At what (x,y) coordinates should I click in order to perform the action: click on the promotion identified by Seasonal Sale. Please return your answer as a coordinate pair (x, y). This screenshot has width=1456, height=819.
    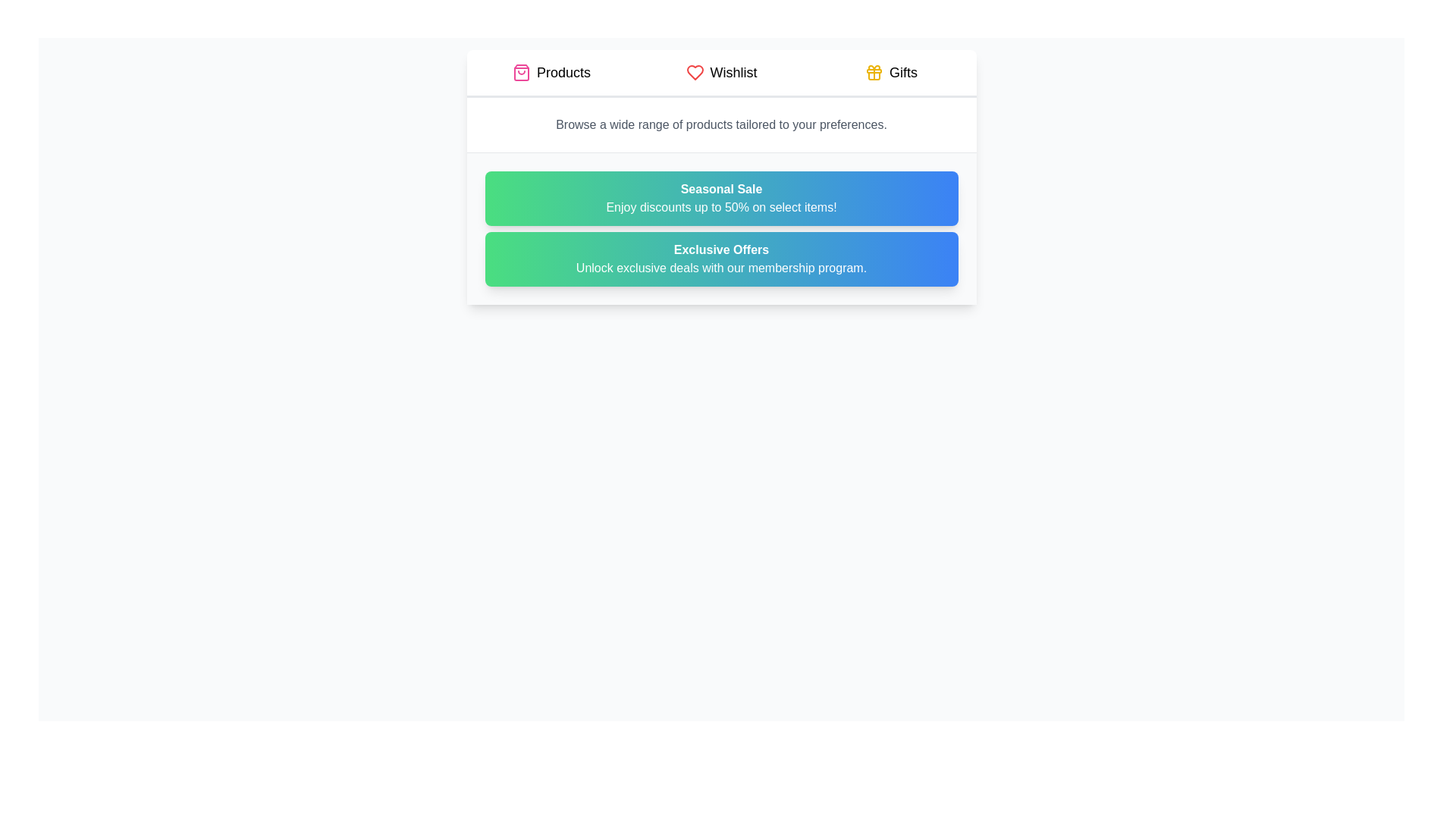
    Looking at the image, I should click on (720, 198).